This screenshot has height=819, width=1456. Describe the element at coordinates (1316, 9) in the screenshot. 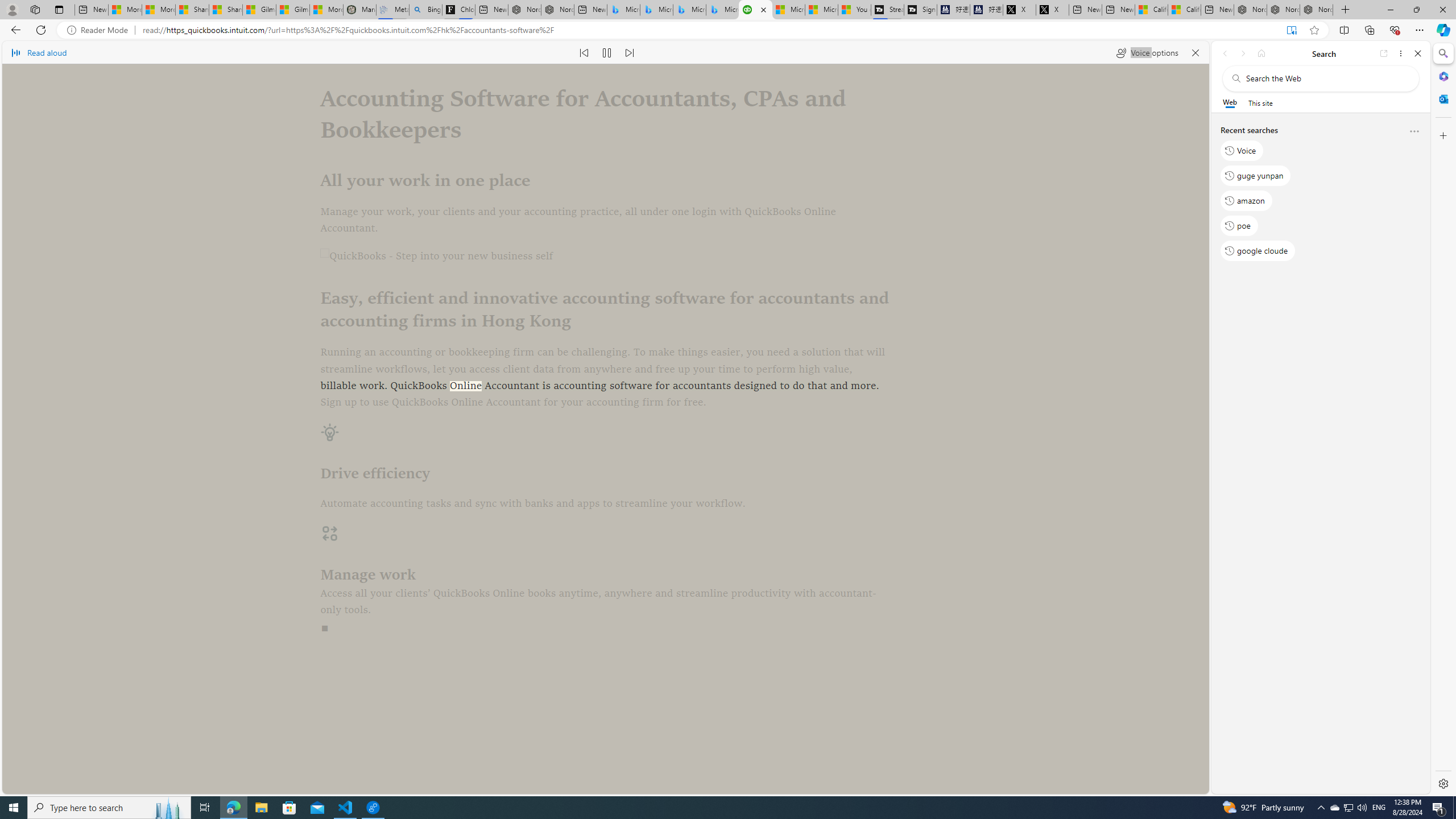

I see `'Nordace - Siena Pro 15 Essential Set'` at that location.